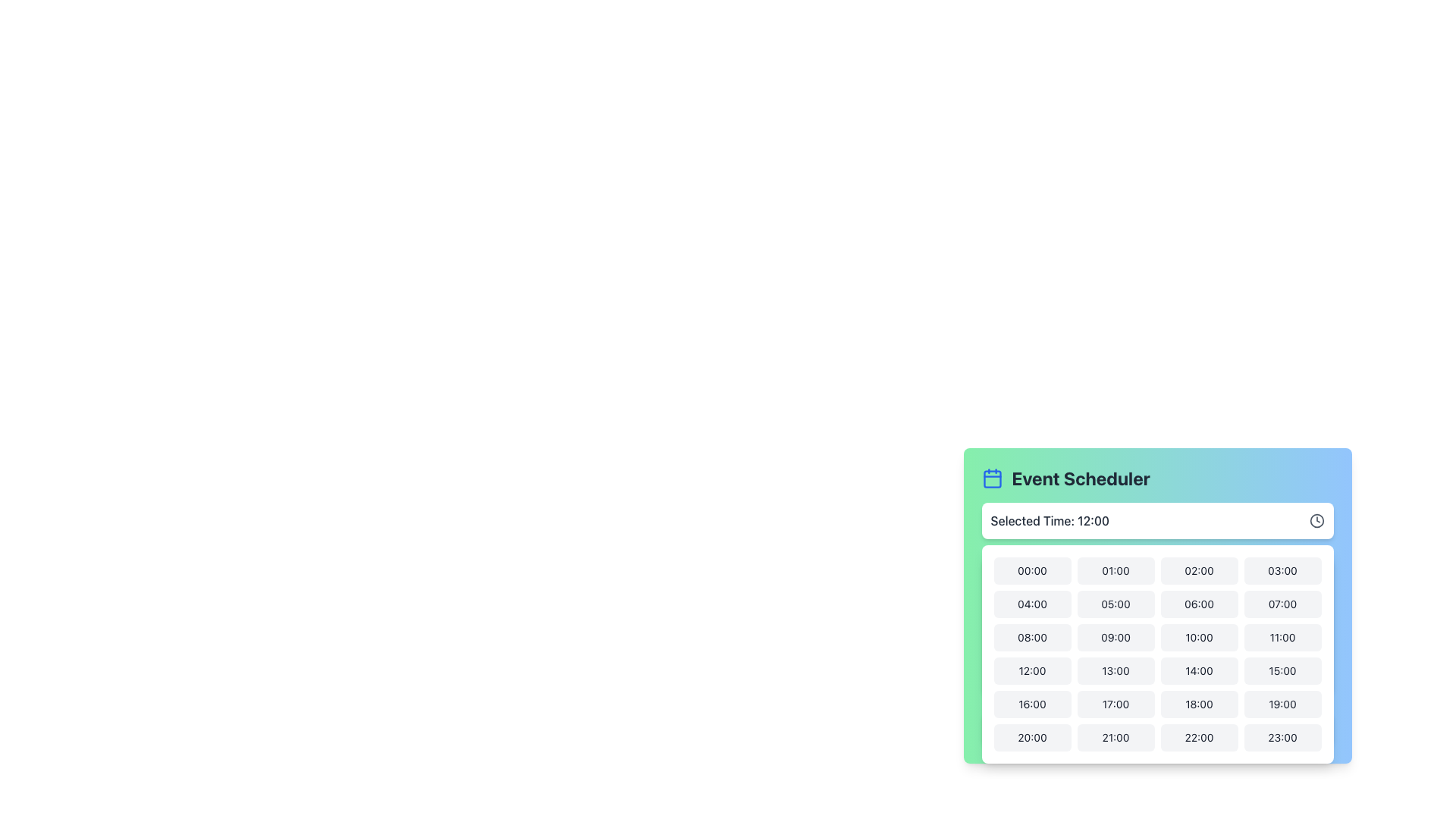 The image size is (1456, 819). Describe the element at coordinates (1031, 604) in the screenshot. I see `the '04:00' button with a light gray background and bold black text` at that location.